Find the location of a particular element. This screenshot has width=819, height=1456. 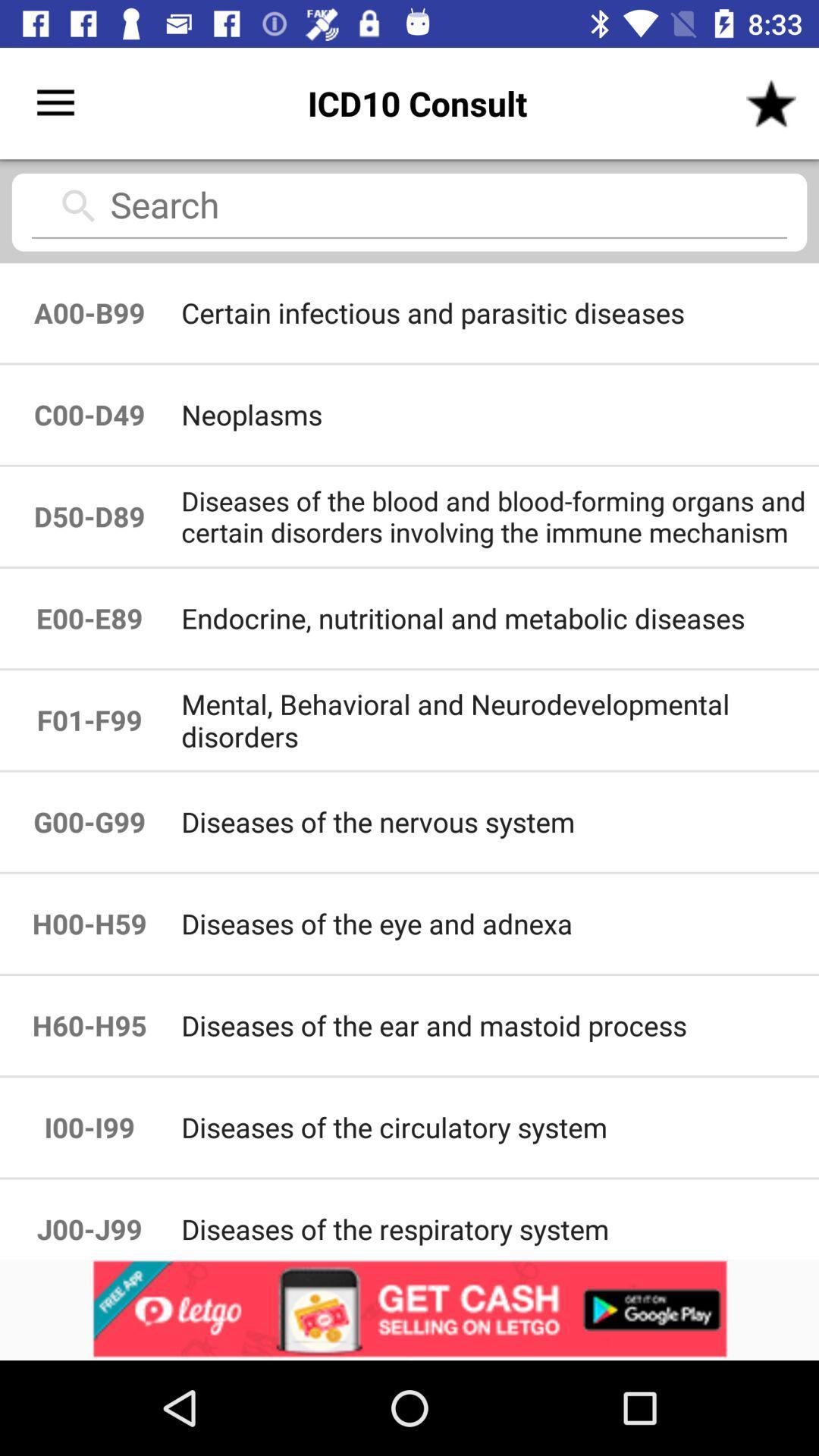

item next to endocrine nutritional and is located at coordinates (89, 719).